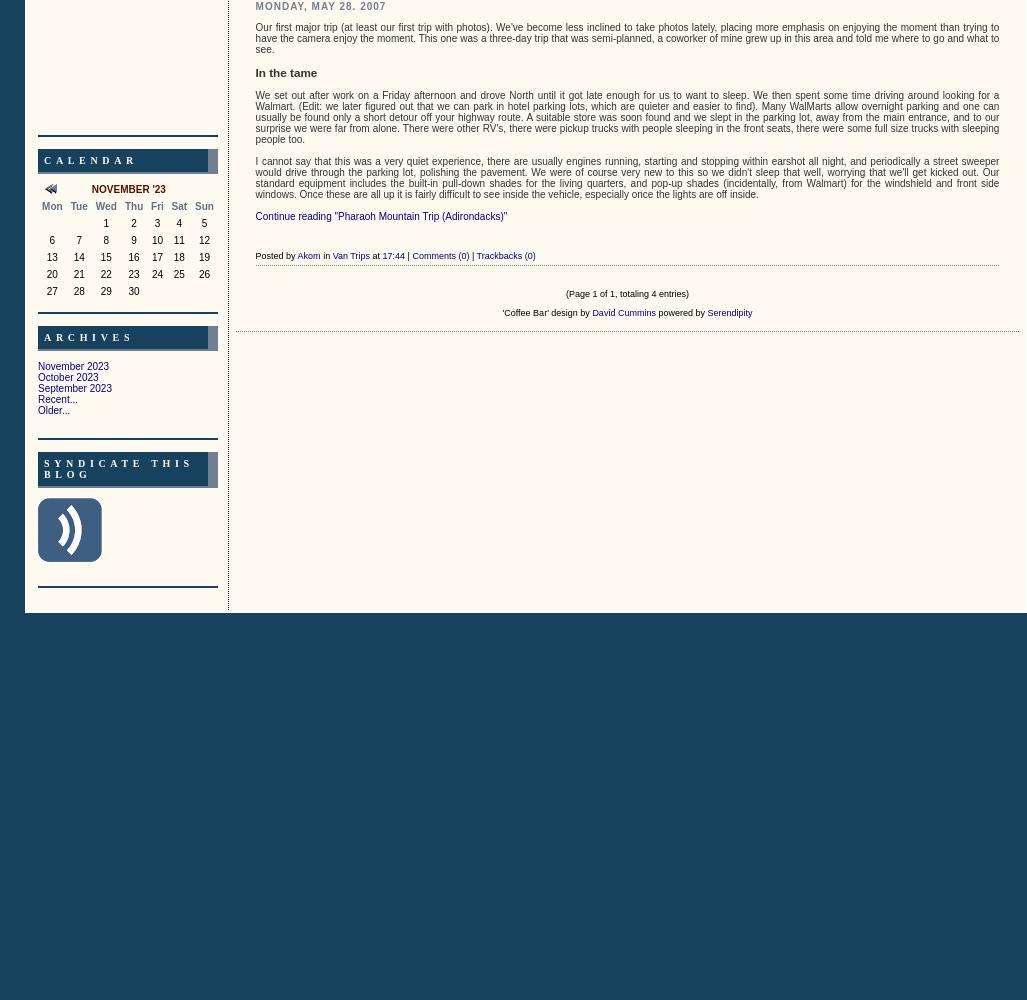  Describe the element at coordinates (104, 221) in the screenshot. I see `'1'` at that location.